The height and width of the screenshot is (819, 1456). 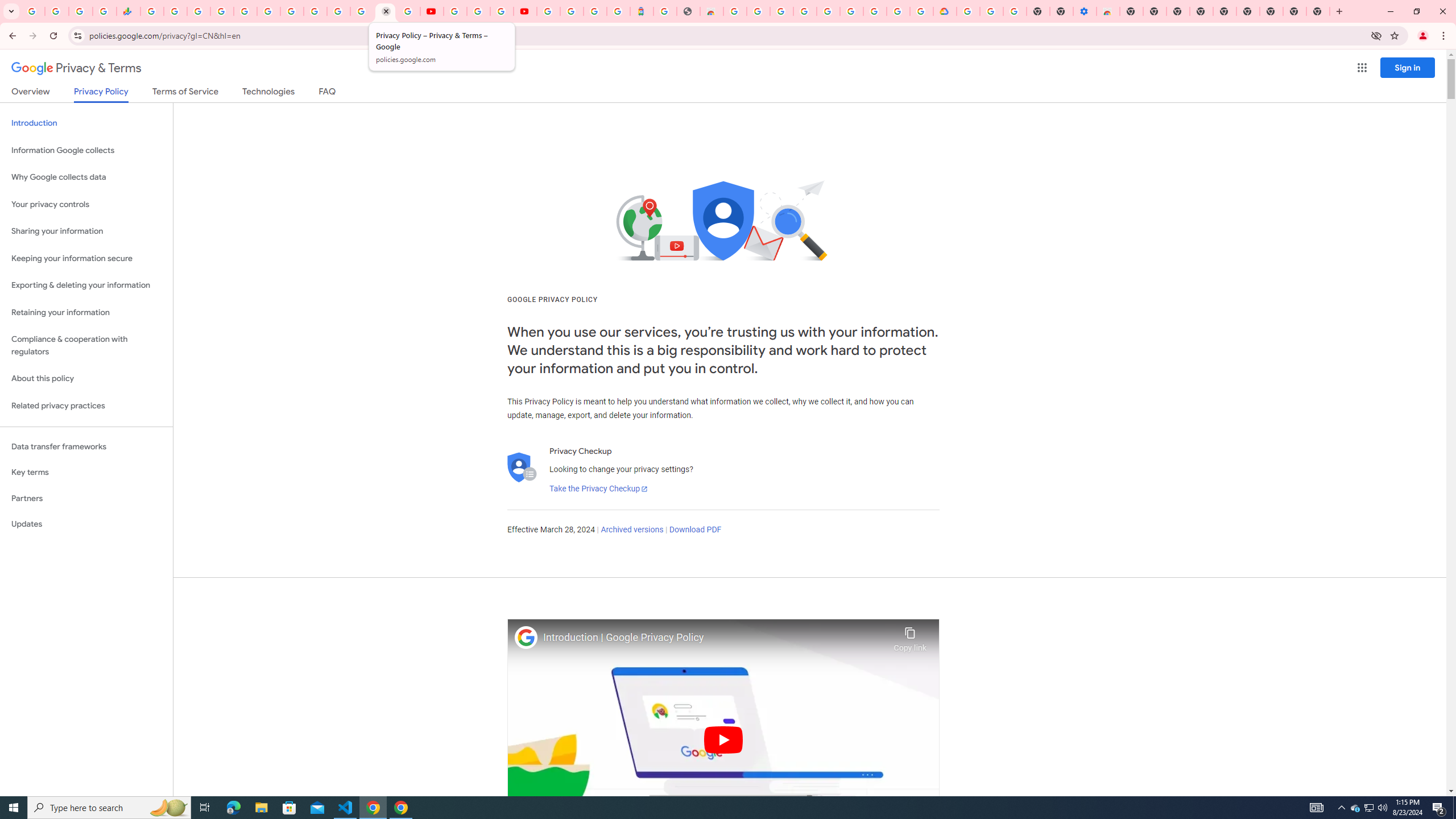 What do you see at coordinates (631, 529) in the screenshot?
I see `'Archived versions'` at bounding box center [631, 529].